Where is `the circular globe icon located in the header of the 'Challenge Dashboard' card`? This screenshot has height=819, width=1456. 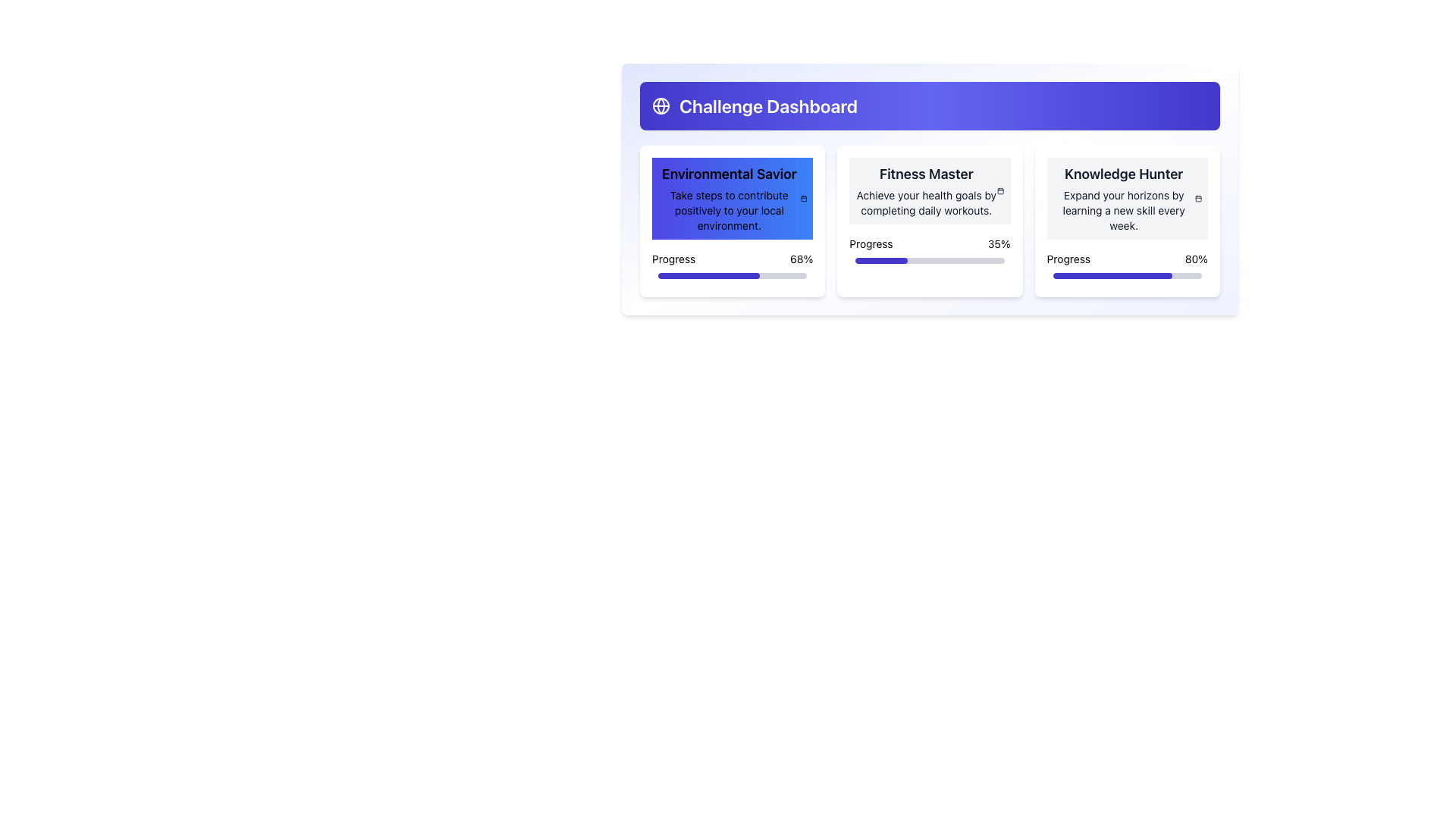 the circular globe icon located in the header of the 'Challenge Dashboard' card is located at coordinates (661, 105).